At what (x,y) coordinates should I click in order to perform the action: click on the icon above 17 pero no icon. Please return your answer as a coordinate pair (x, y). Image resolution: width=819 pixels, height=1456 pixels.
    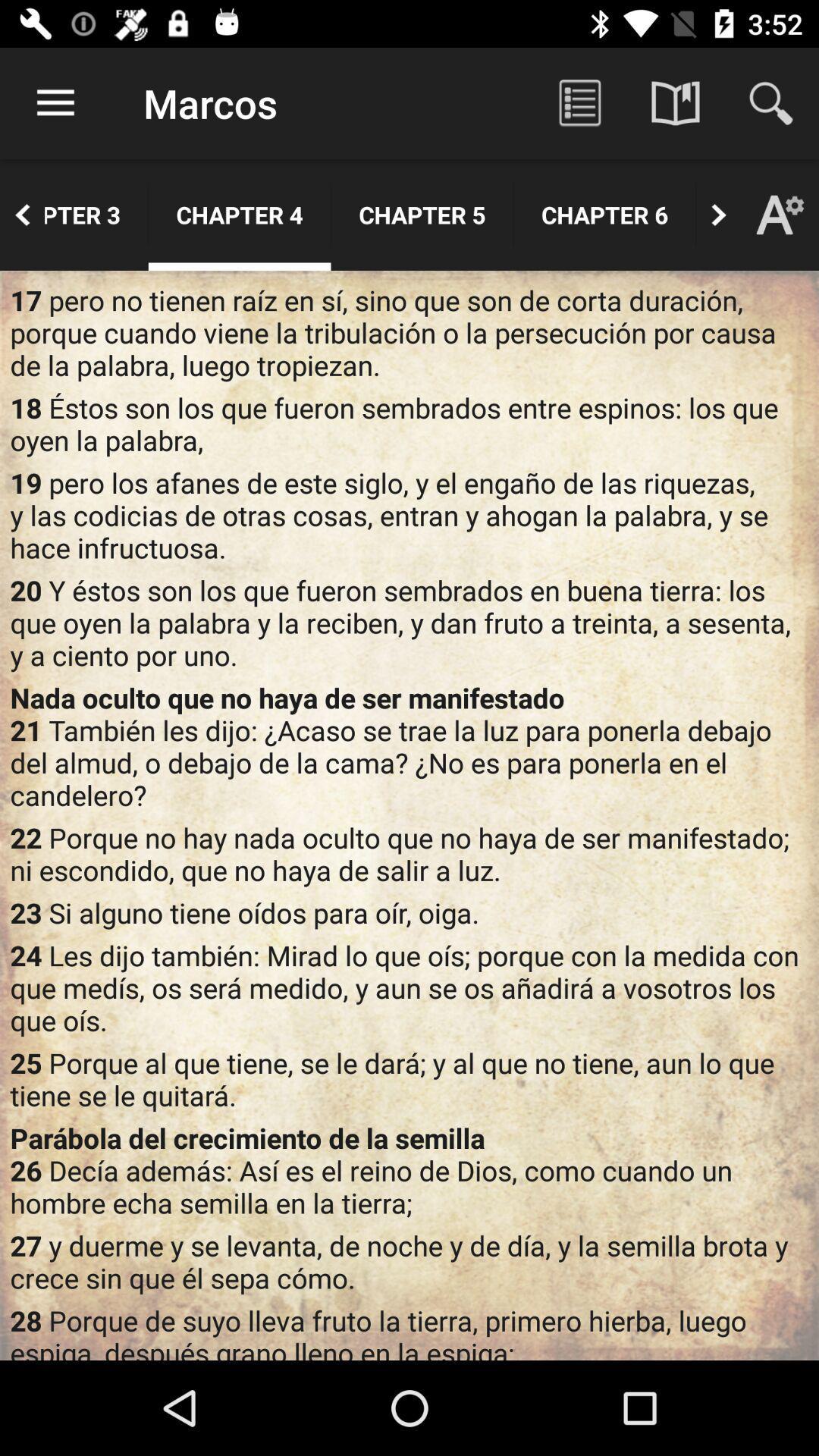
    Looking at the image, I should click on (22, 214).